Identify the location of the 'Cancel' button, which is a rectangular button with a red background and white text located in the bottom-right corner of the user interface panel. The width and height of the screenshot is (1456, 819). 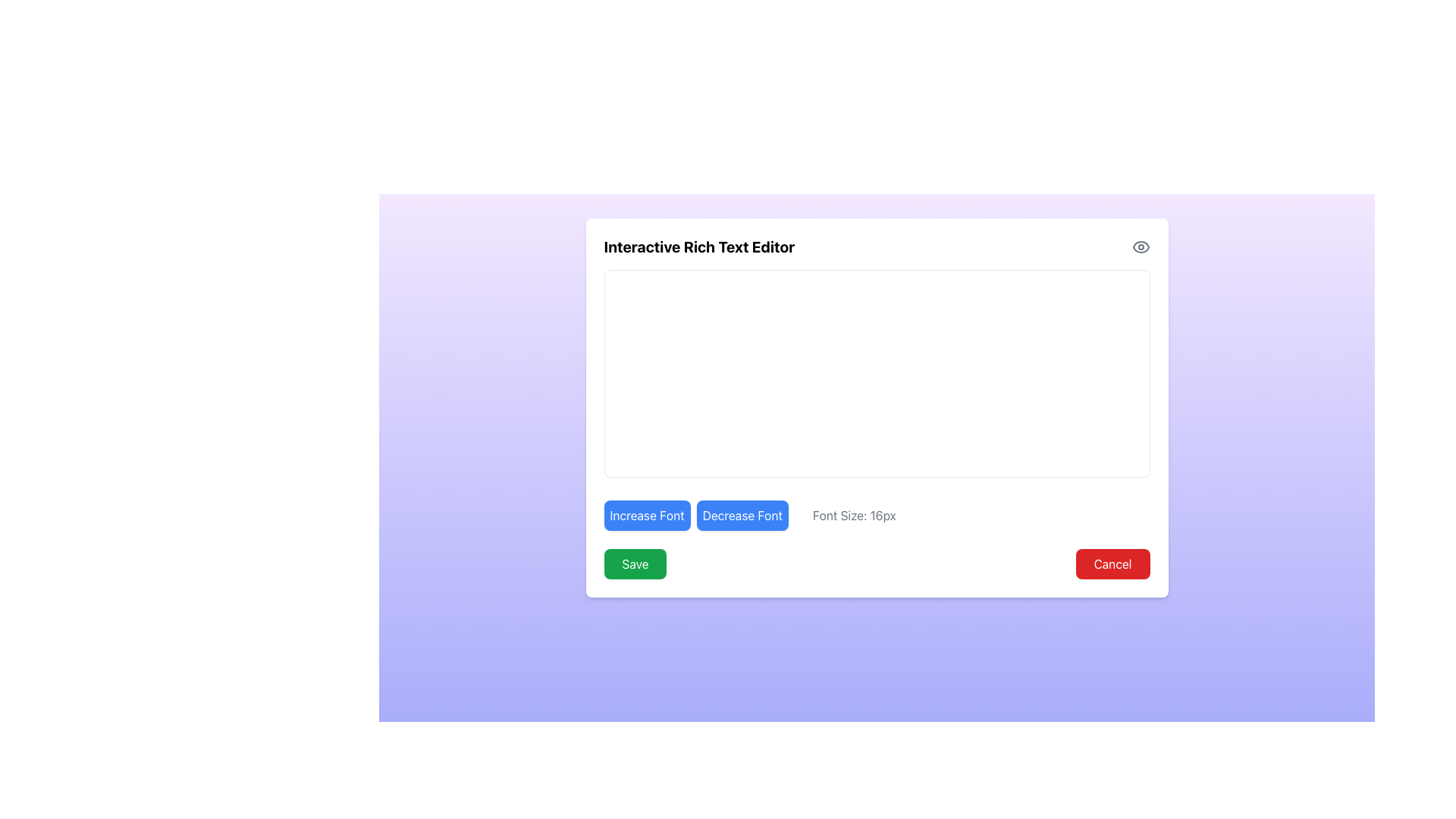
(1112, 564).